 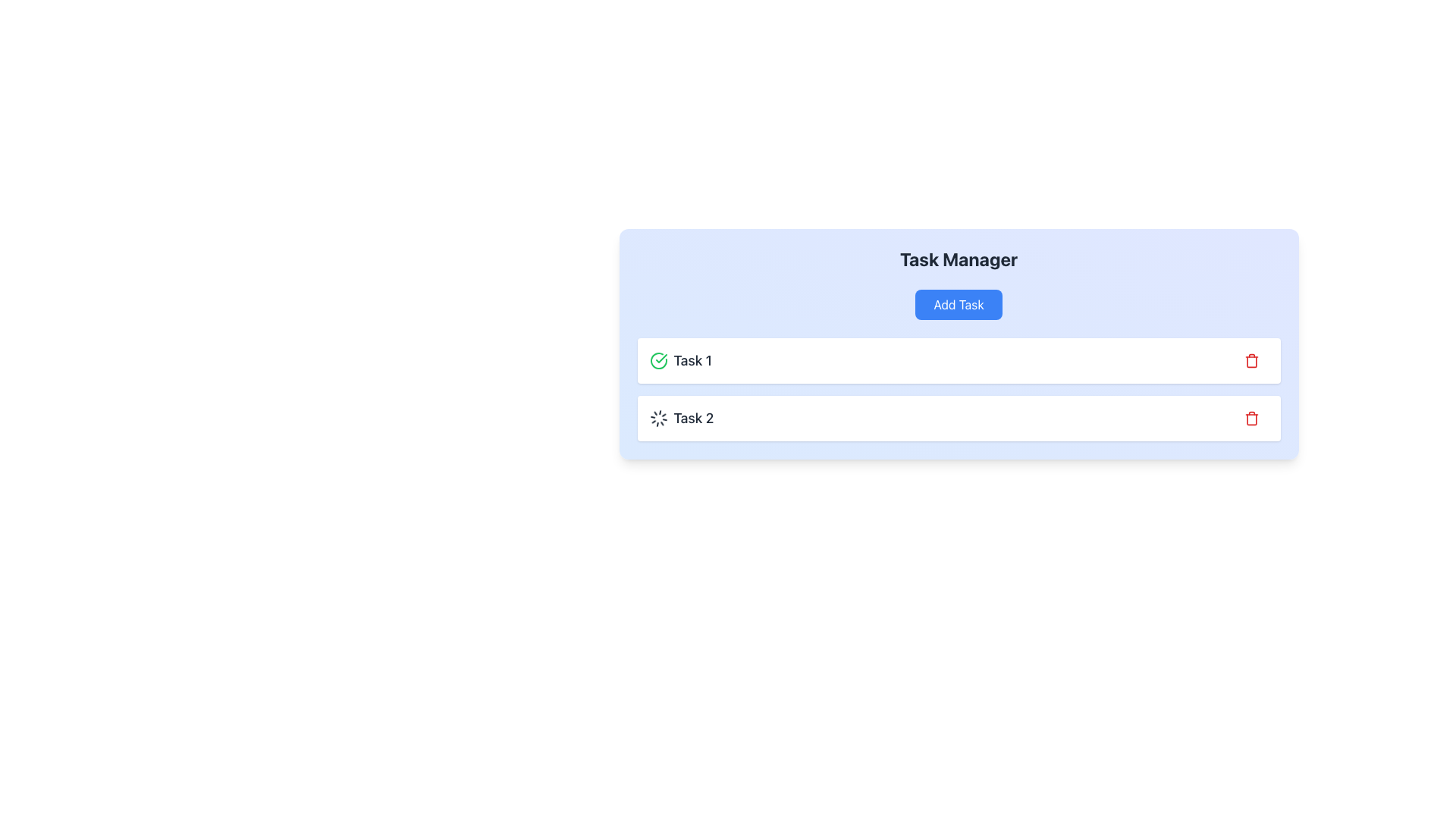 What do you see at coordinates (958, 259) in the screenshot?
I see `text of the header styled as bold and large with the content 'Task Manager', located at the top-center of the task management interface` at bounding box center [958, 259].